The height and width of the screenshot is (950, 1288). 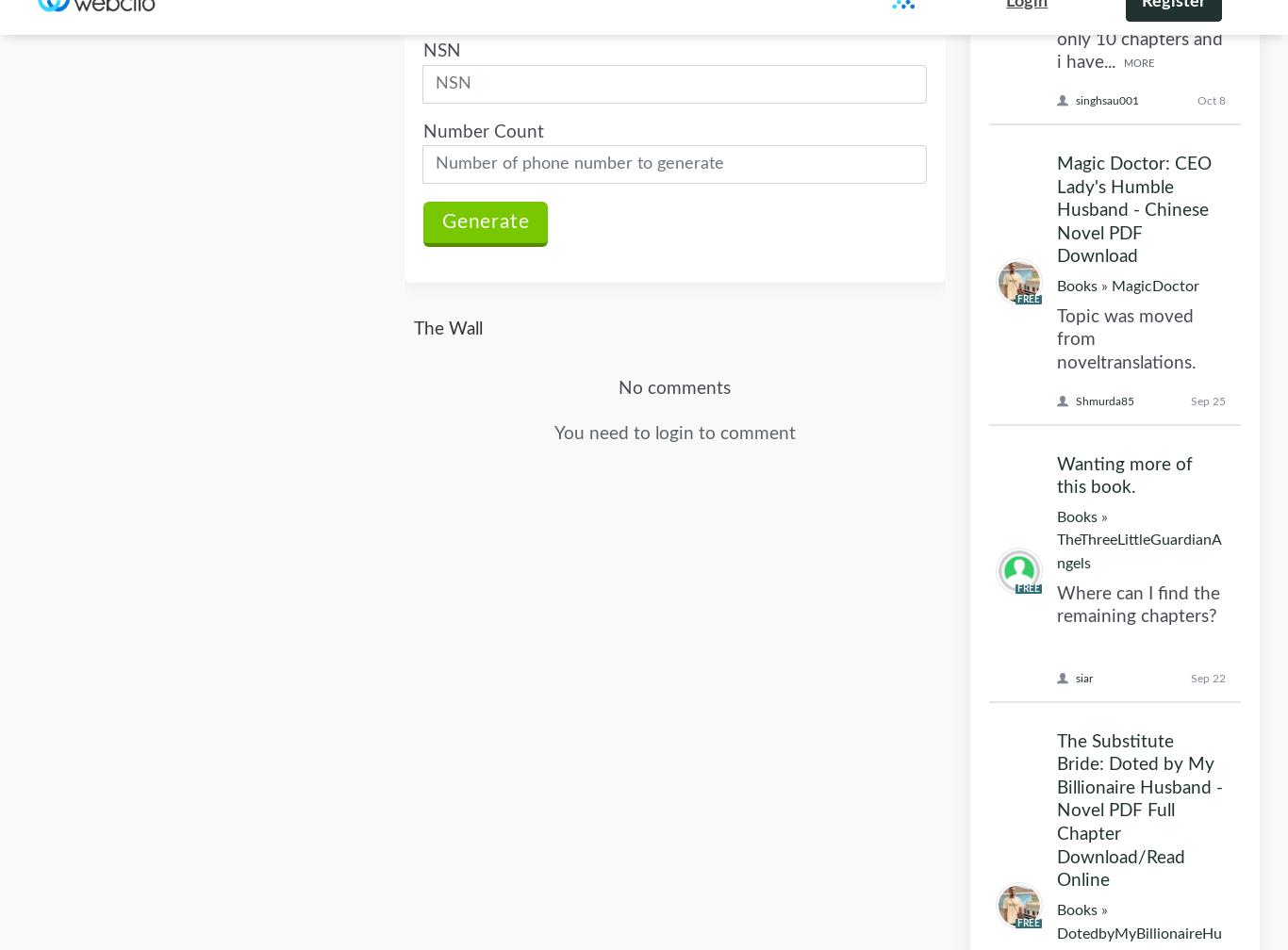 What do you see at coordinates (1139, 25) in the screenshot?
I see `'DotedbyMyBillionaireHusband'` at bounding box center [1139, 25].